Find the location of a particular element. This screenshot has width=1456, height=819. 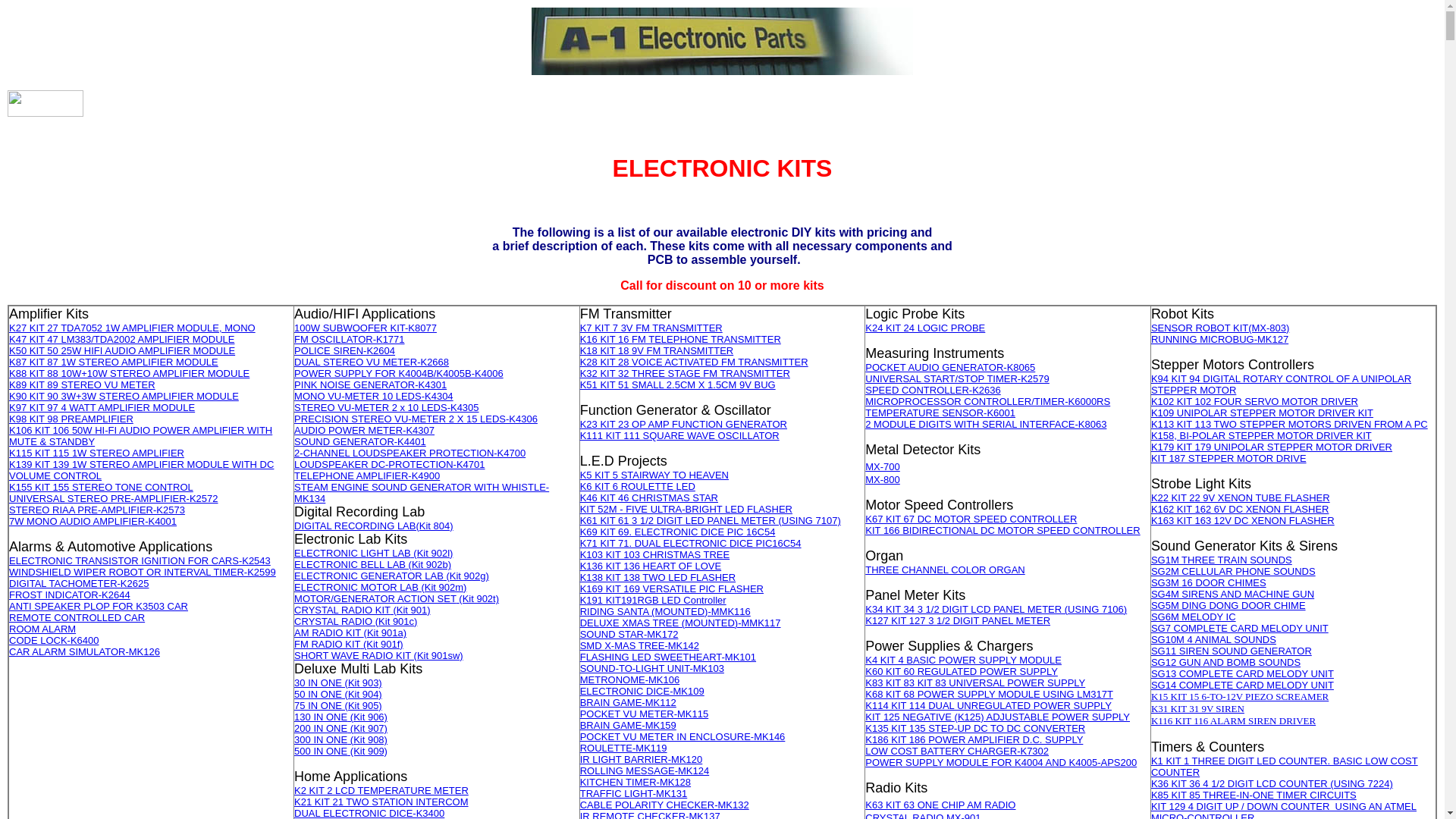

'TEMPERATURE SENSOR-K6001' is located at coordinates (939, 413).